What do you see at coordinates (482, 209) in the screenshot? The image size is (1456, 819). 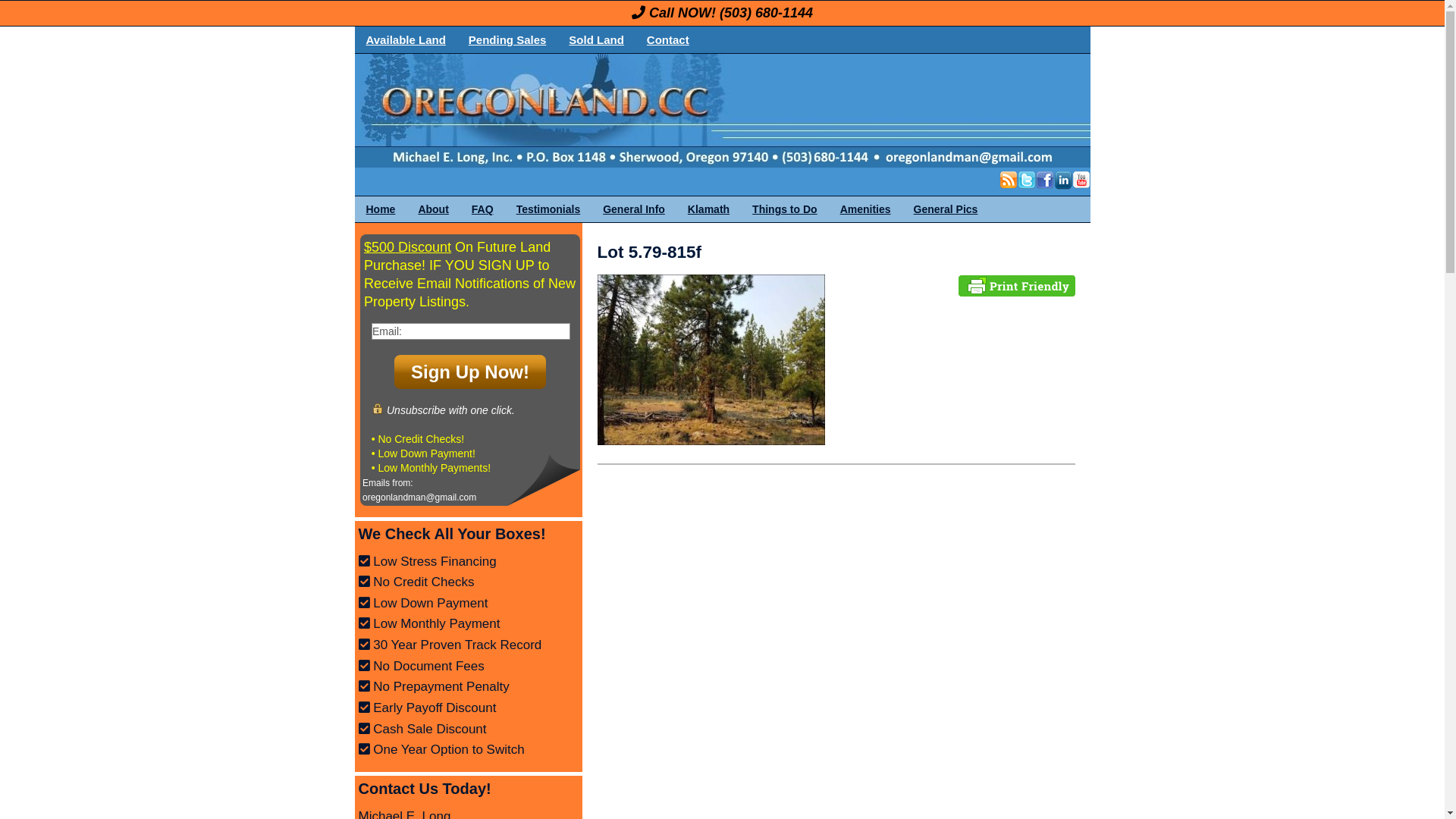 I see `'FAQ'` at bounding box center [482, 209].